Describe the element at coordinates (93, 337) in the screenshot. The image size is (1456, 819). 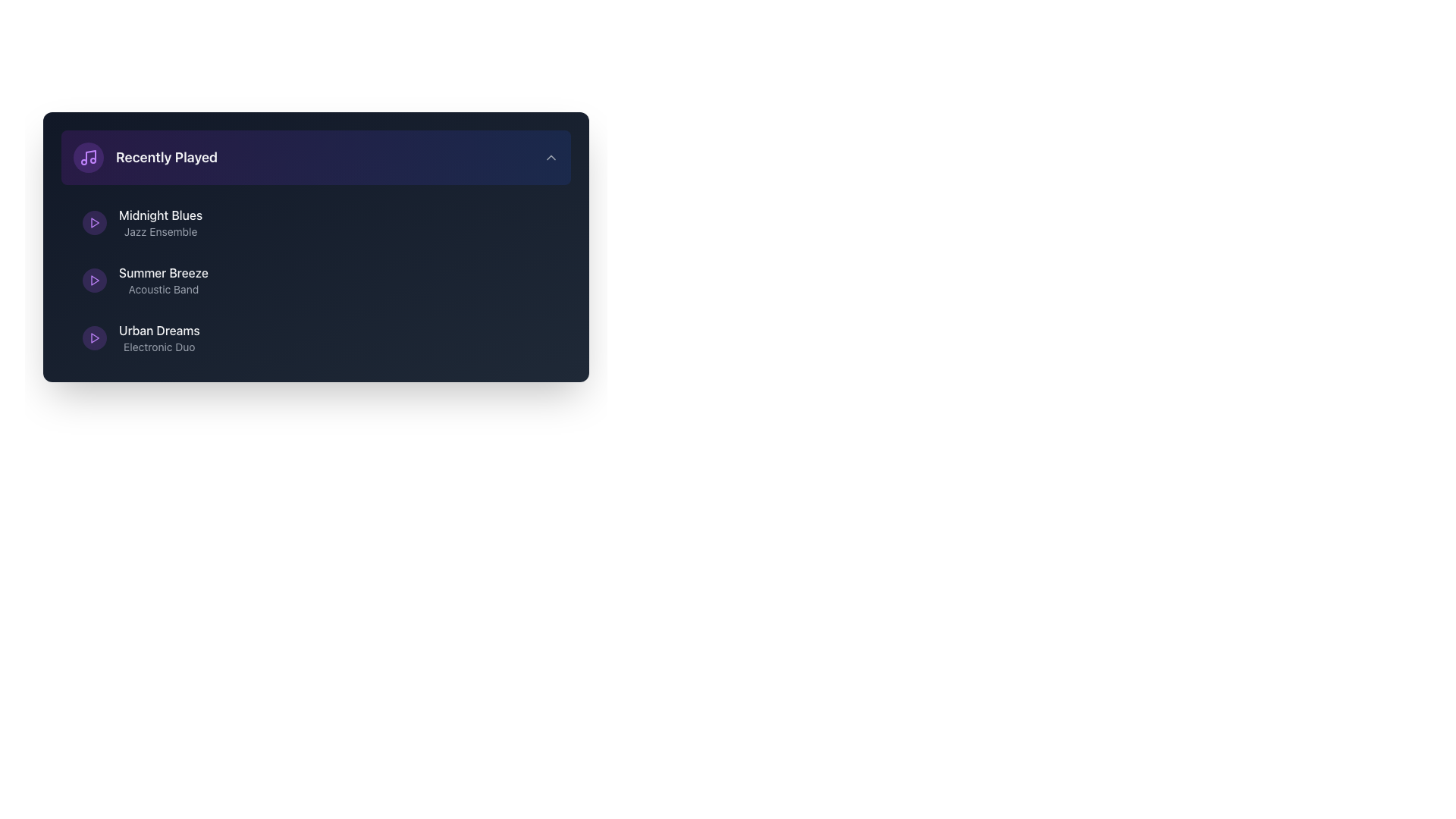
I see `the play button icon for the 'Urban Dreams' track located to the left of the text label in the 'Recently Played' section` at that location.